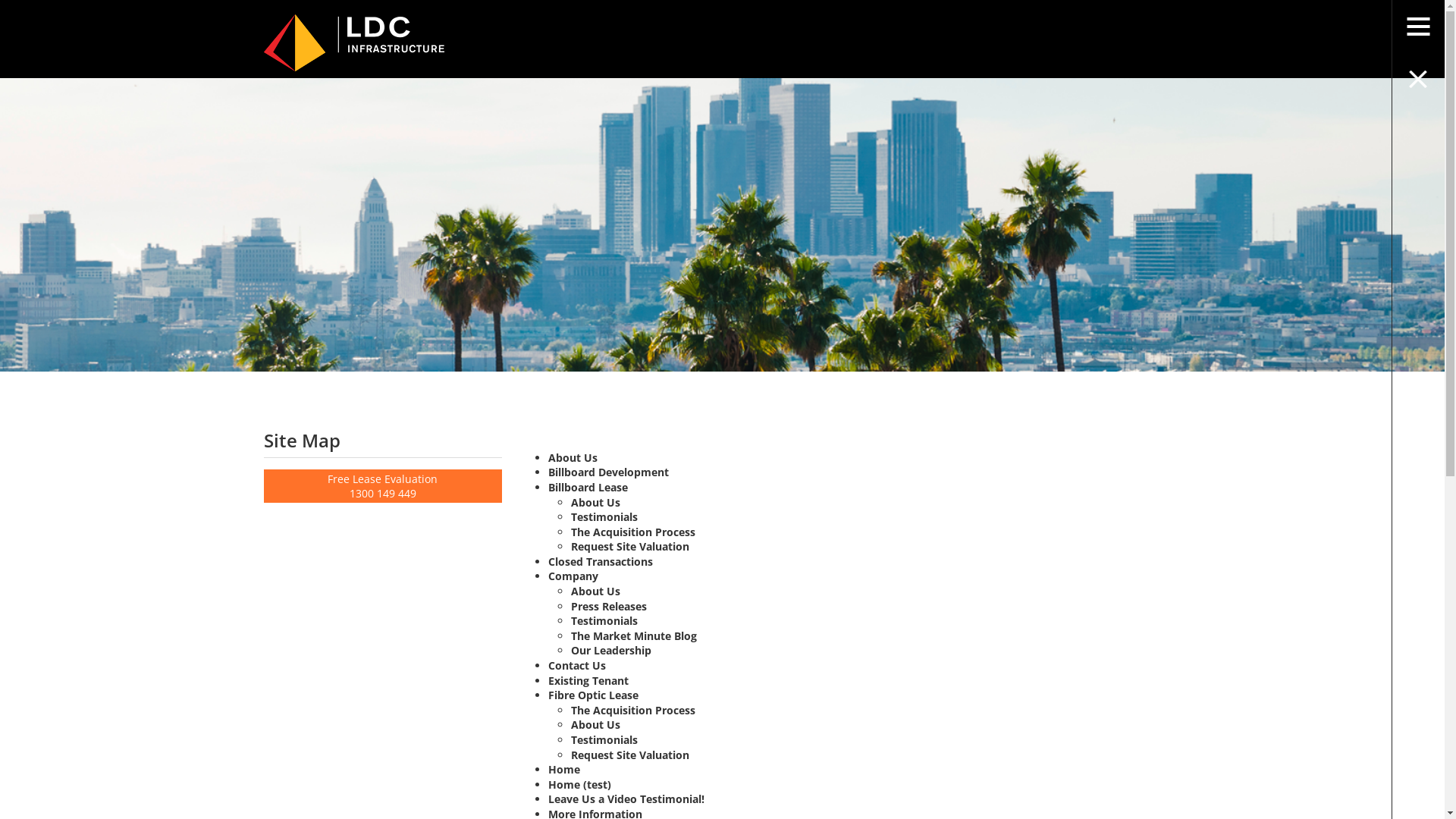  What do you see at coordinates (572, 457) in the screenshot?
I see `'About Us'` at bounding box center [572, 457].